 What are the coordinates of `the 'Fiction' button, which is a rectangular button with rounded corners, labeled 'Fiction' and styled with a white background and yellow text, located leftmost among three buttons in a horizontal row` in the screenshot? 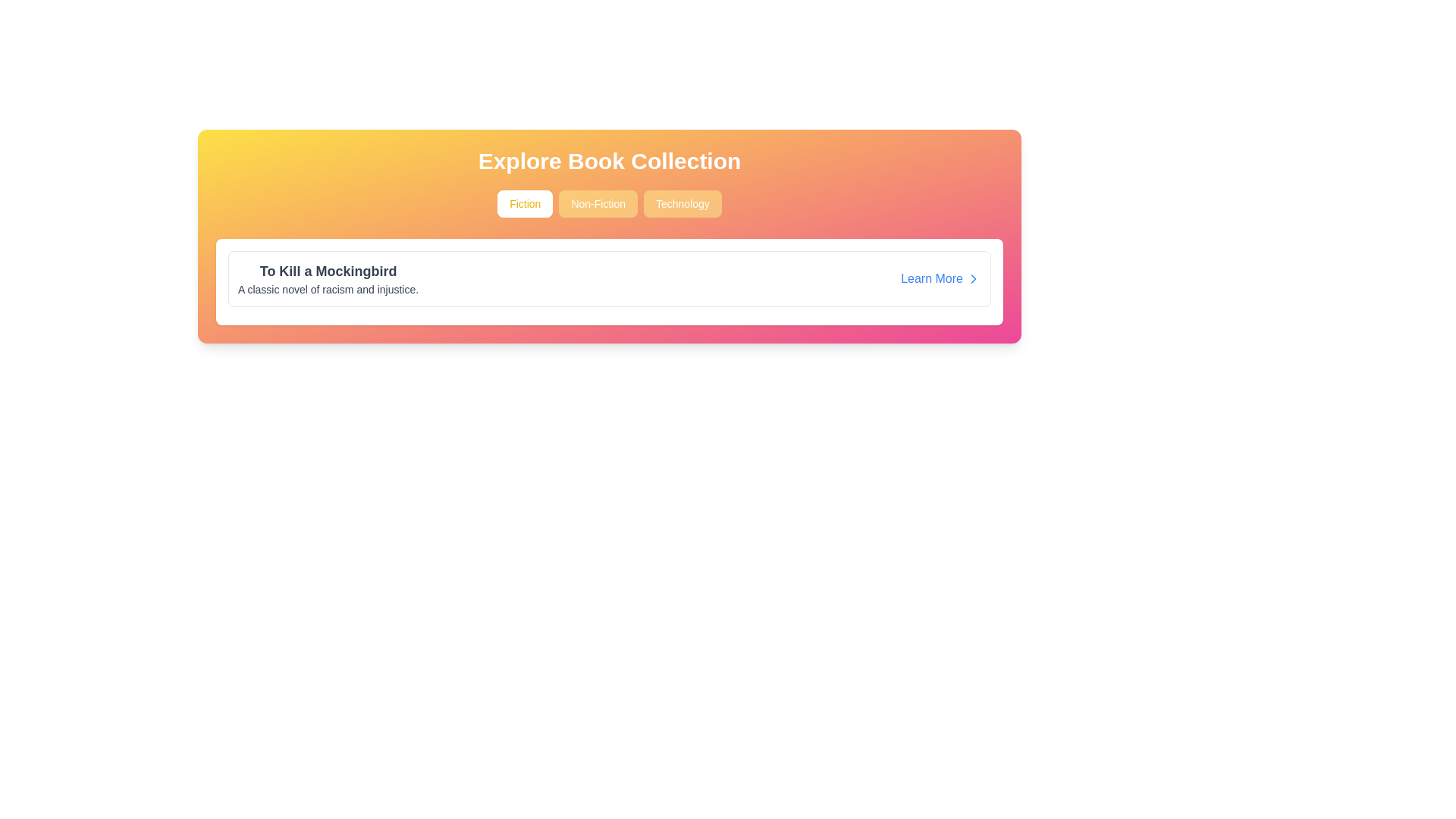 It's located at (525, 203).